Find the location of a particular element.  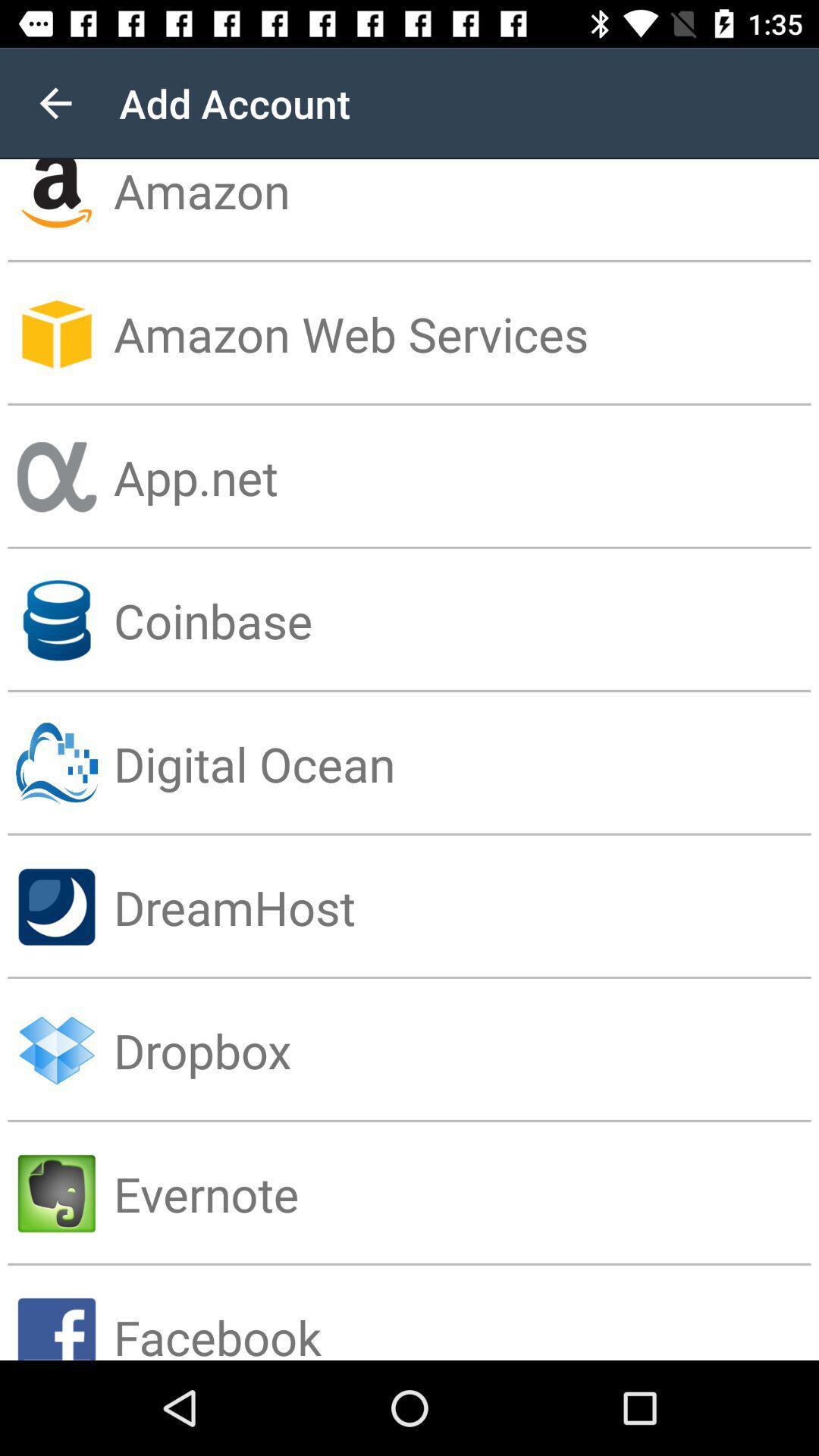

app above app.net is located at coordinates (465, 333).